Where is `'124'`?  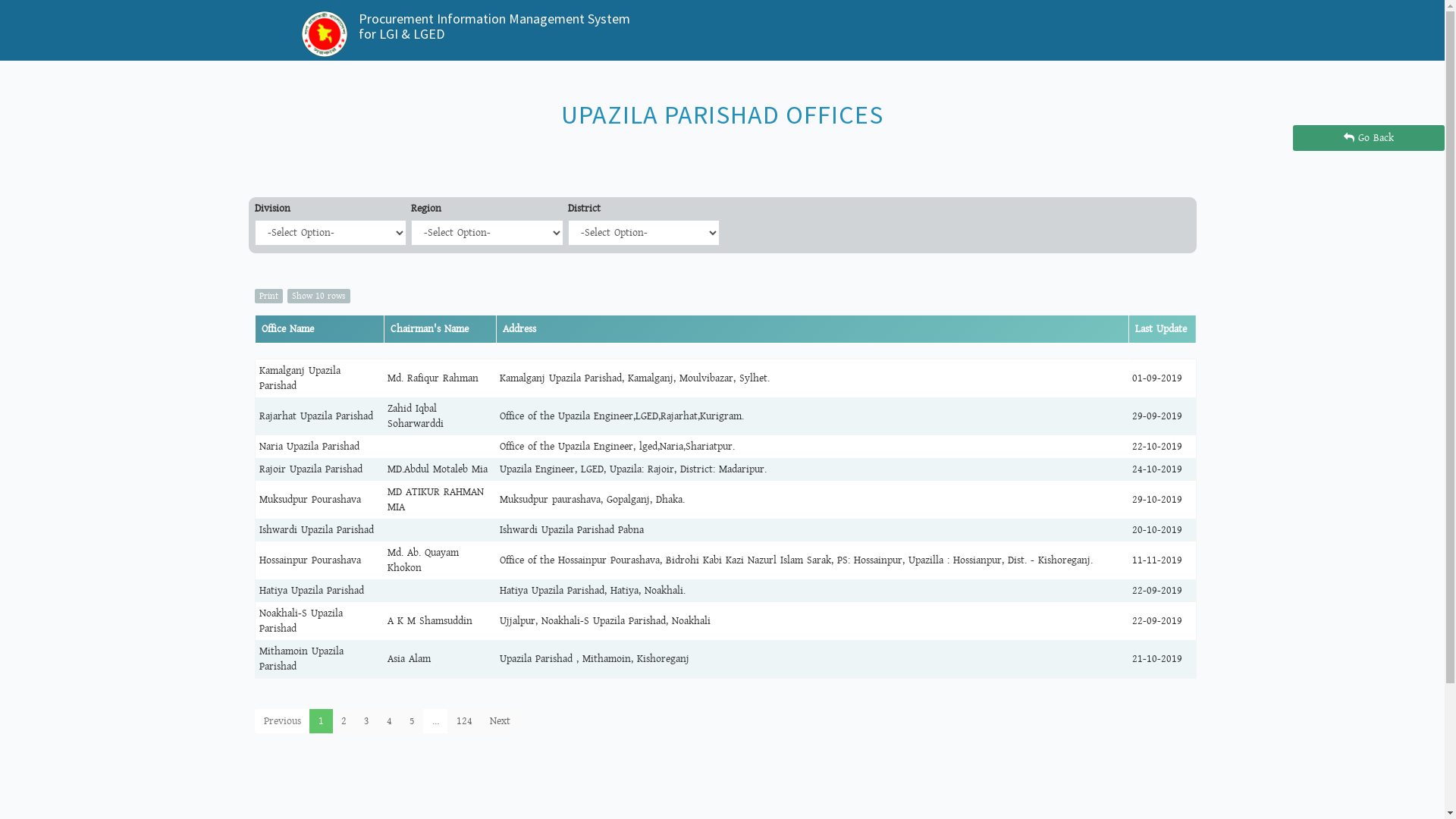 '124' is located at coordinates (463, 720).